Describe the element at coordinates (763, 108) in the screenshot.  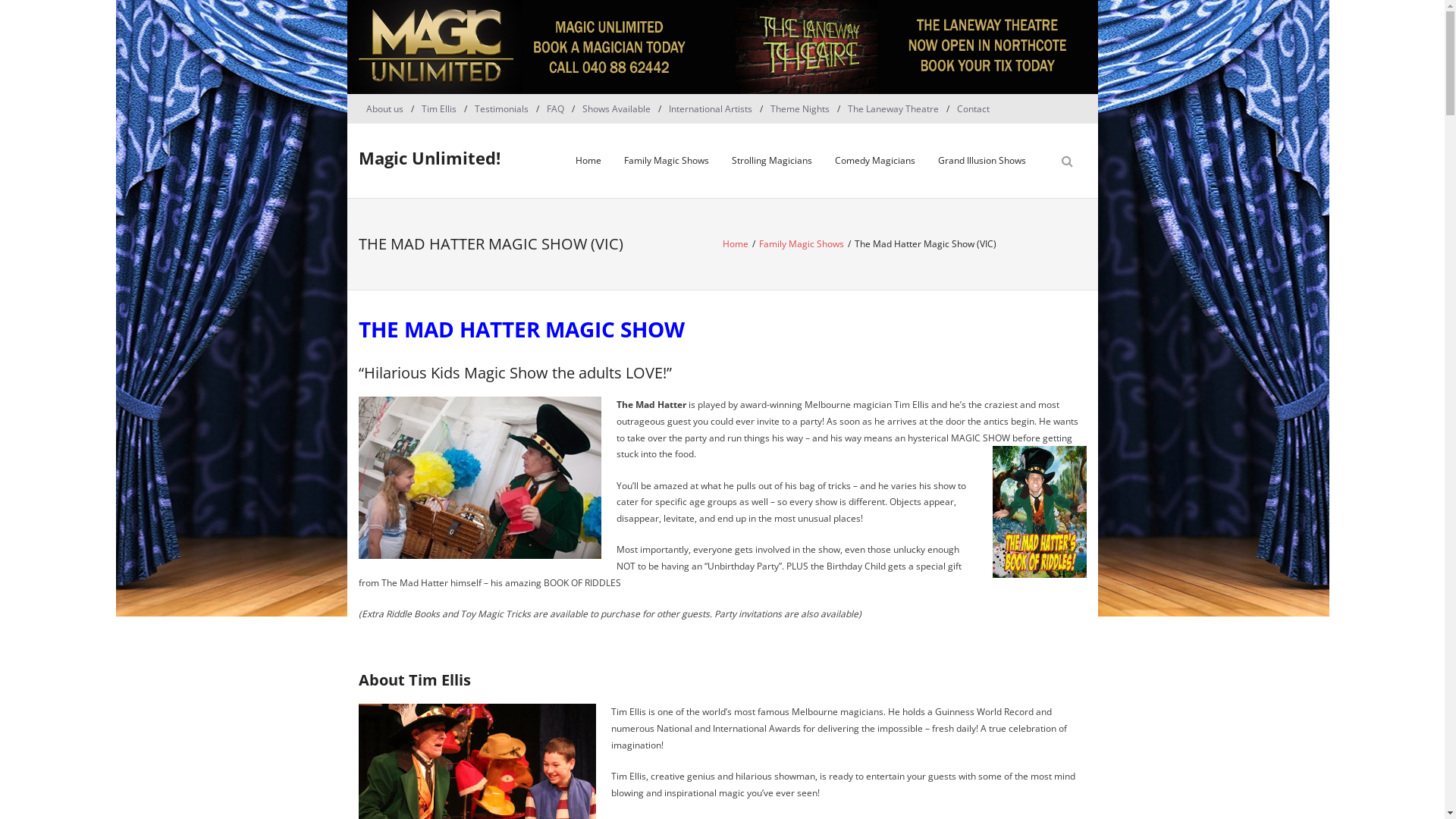
I see `'Theme Nights'` at that location.